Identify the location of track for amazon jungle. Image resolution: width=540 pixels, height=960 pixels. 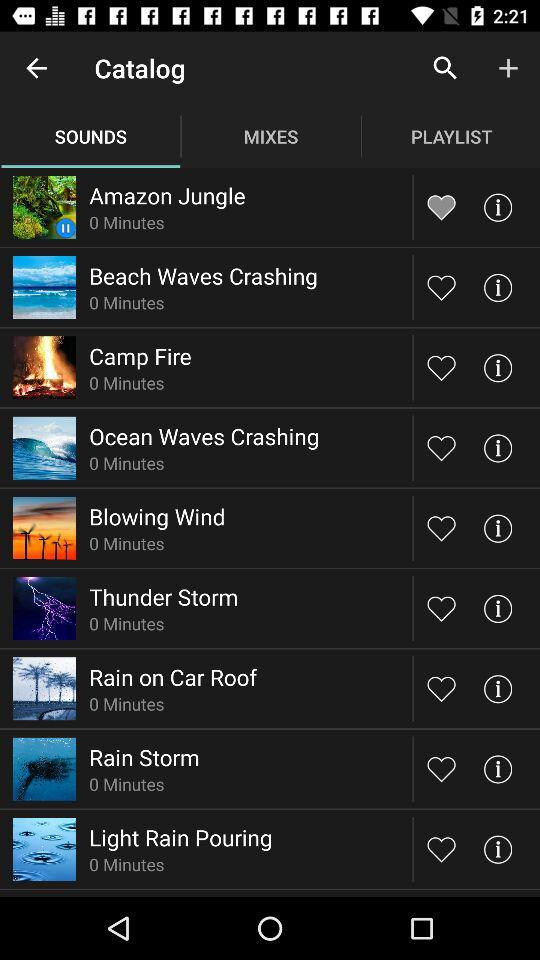
(441, 207).